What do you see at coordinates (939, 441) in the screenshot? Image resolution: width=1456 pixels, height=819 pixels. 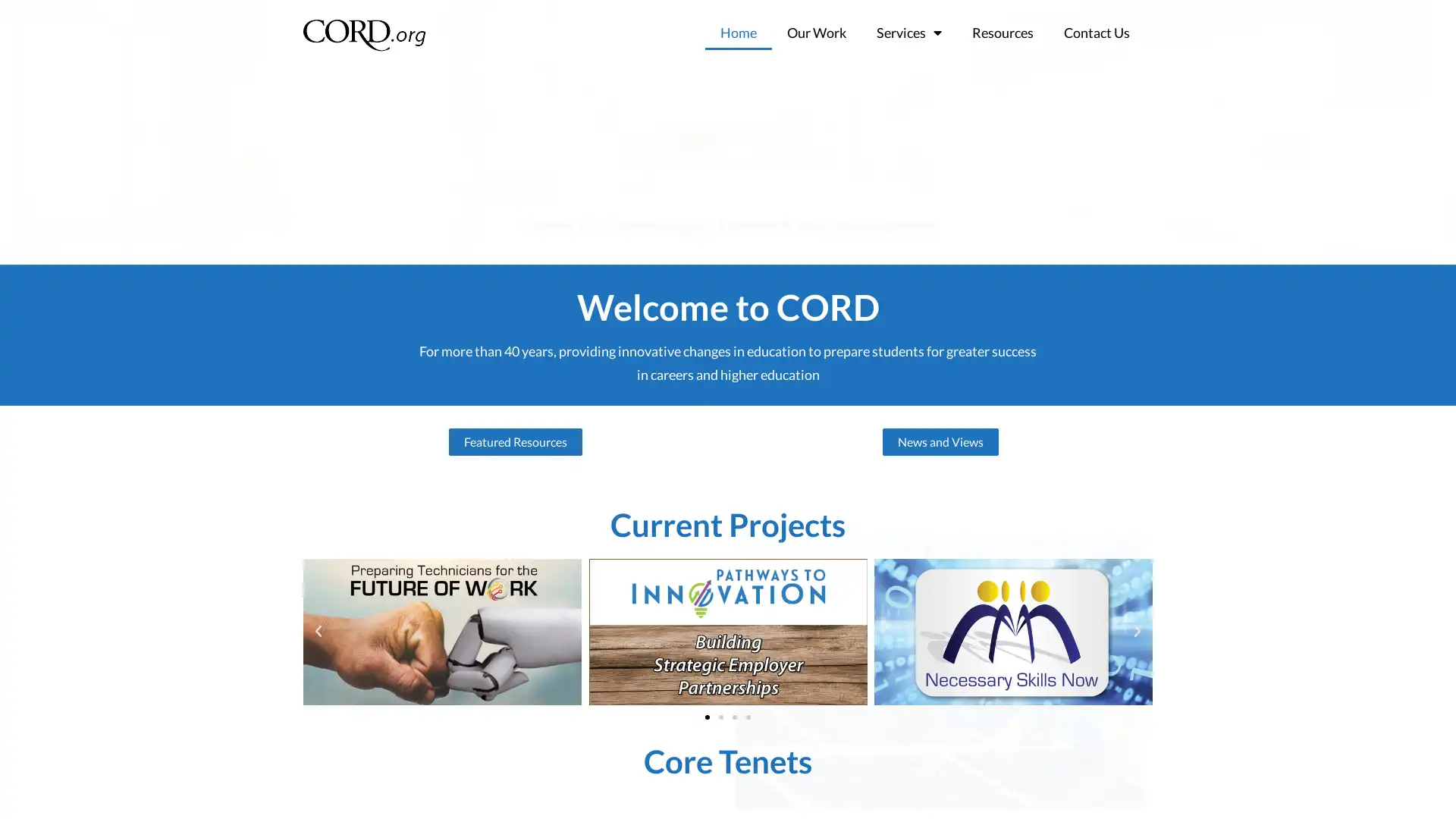 I see `News and Views` at bounding box center [939, 441].